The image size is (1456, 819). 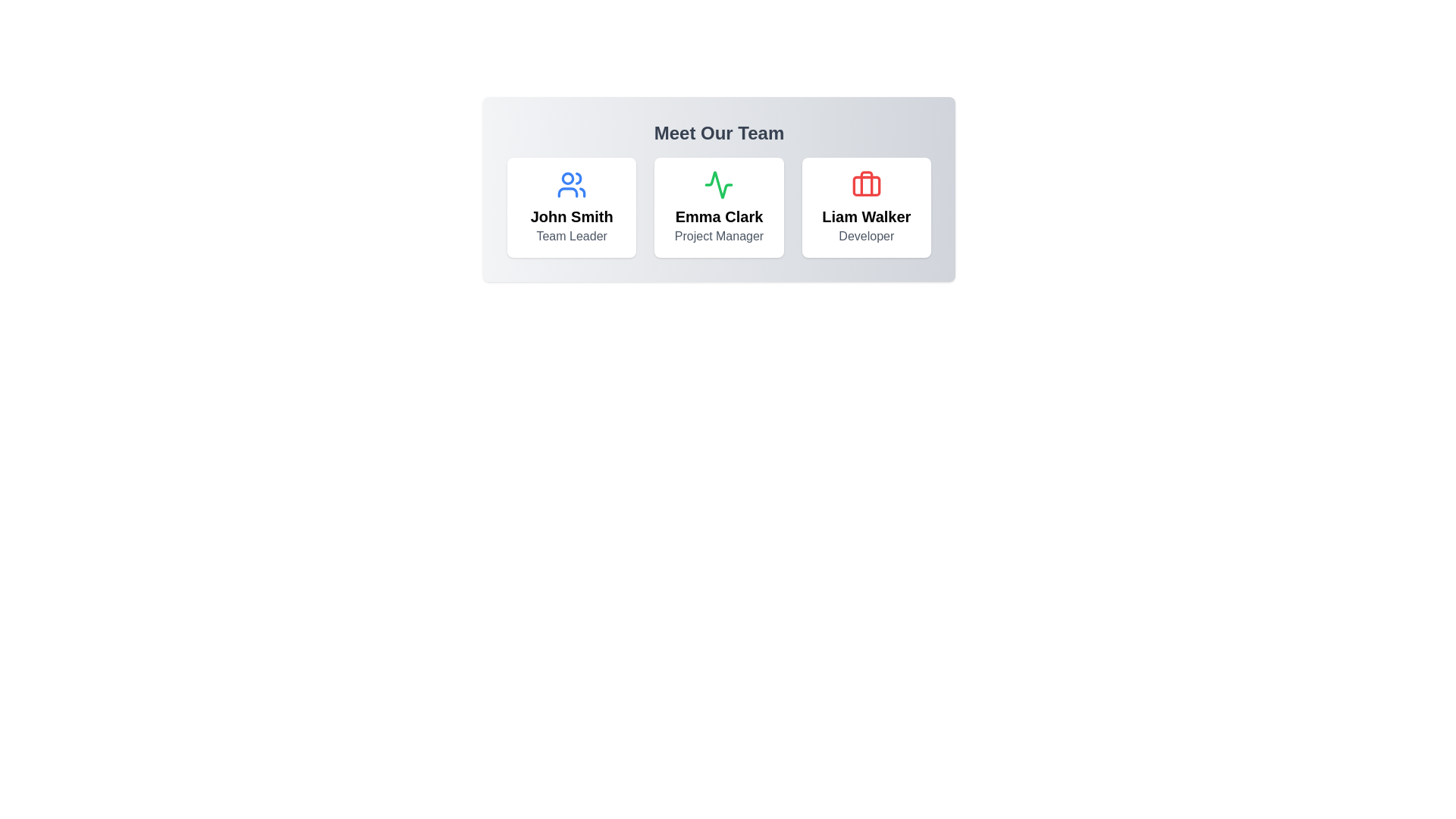 What do you see at coordinates (718, 237) in the screenshot?
I see `the text label displaying 'Project Manager' located below the name 'Emma Clark' in the profile card` at bounding box center [718, 237].